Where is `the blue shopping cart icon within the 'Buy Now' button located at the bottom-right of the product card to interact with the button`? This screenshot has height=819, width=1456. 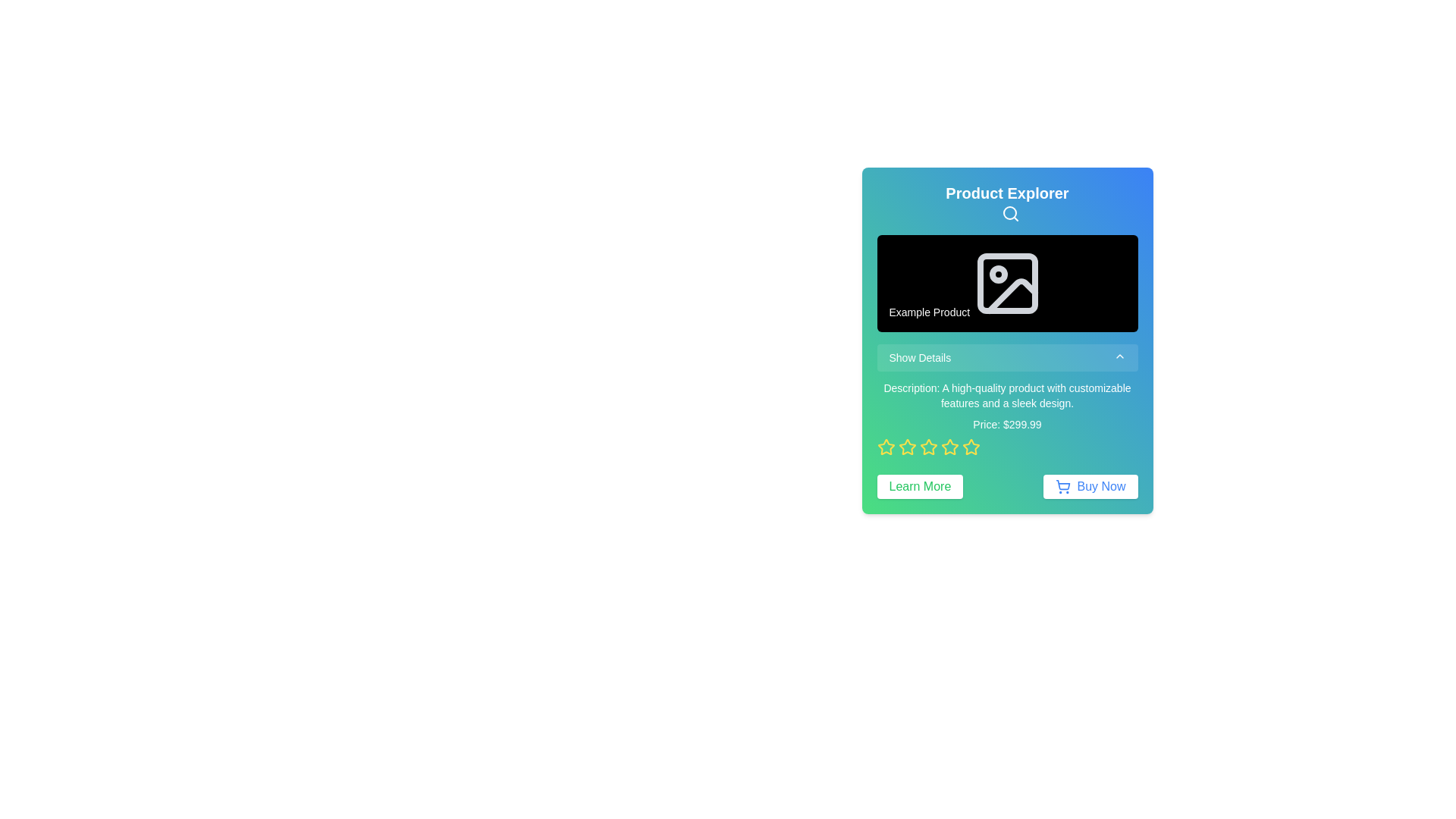
the blue shopping cart icon within the 'Buy Now' button located at the bottom-right of the product card to interact with the button is located at coordinates (1062, 486).